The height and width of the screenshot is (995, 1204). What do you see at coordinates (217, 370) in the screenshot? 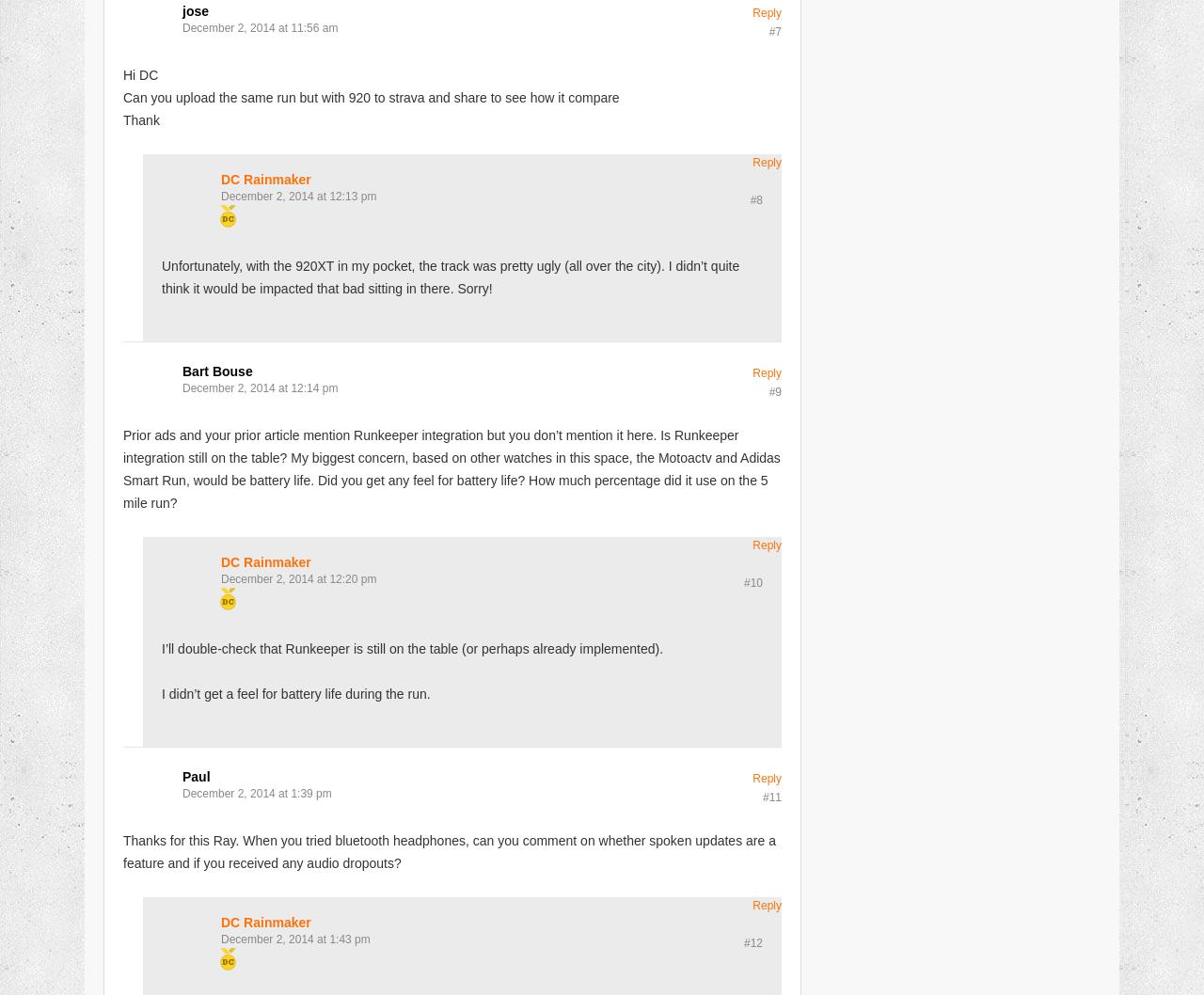
I see `'Bart Bouse'` at bounding box center [217, 370].